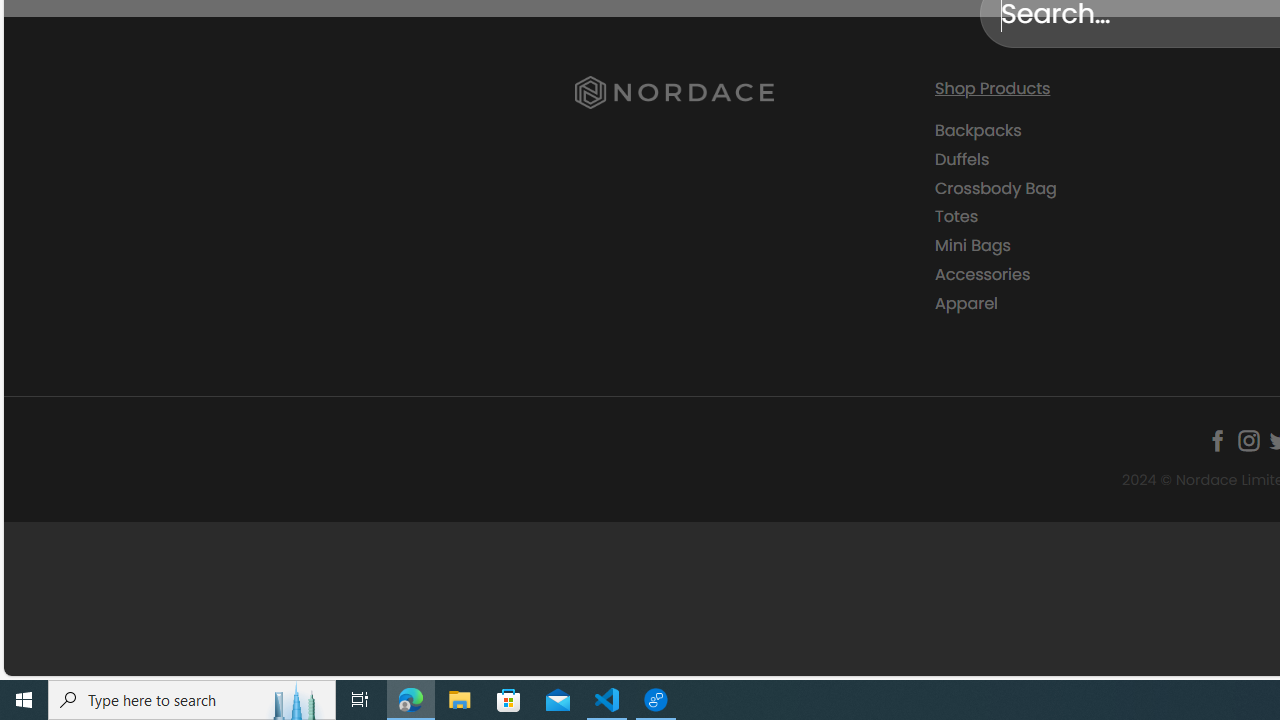 The height and width of the screenshot is (720, 1280). I want to click on 'Apparel', so click(1098, 303).